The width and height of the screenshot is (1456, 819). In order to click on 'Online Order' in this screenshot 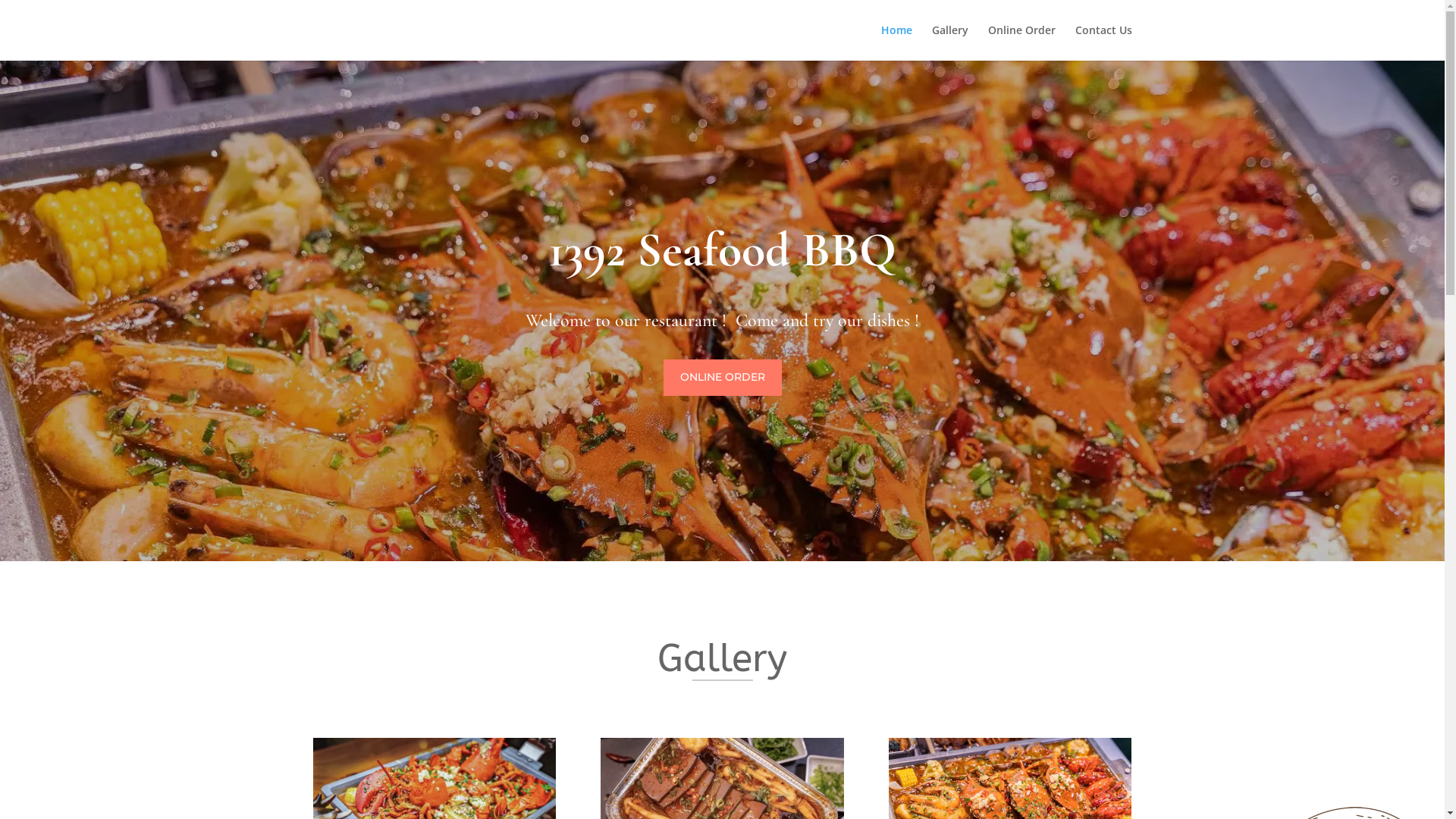, I will do `click(1021, 42)`.